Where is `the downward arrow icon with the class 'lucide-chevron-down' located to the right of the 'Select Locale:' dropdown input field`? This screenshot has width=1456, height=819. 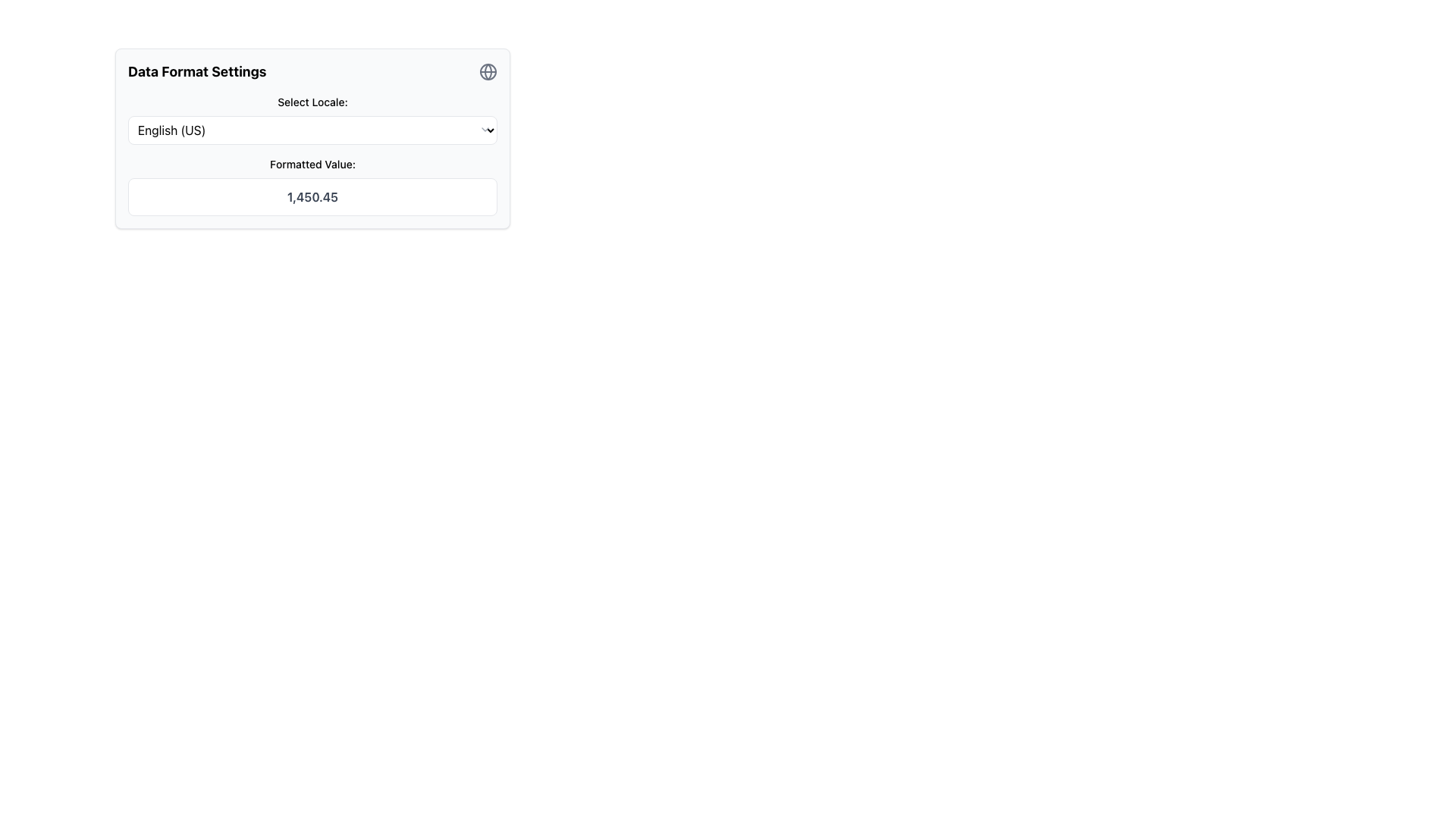 the downward arrow icon with the class 'lucide-chevron-down' located to the right of the 'Select Locale:' dropdown input field is located at coordinates (484, 128).